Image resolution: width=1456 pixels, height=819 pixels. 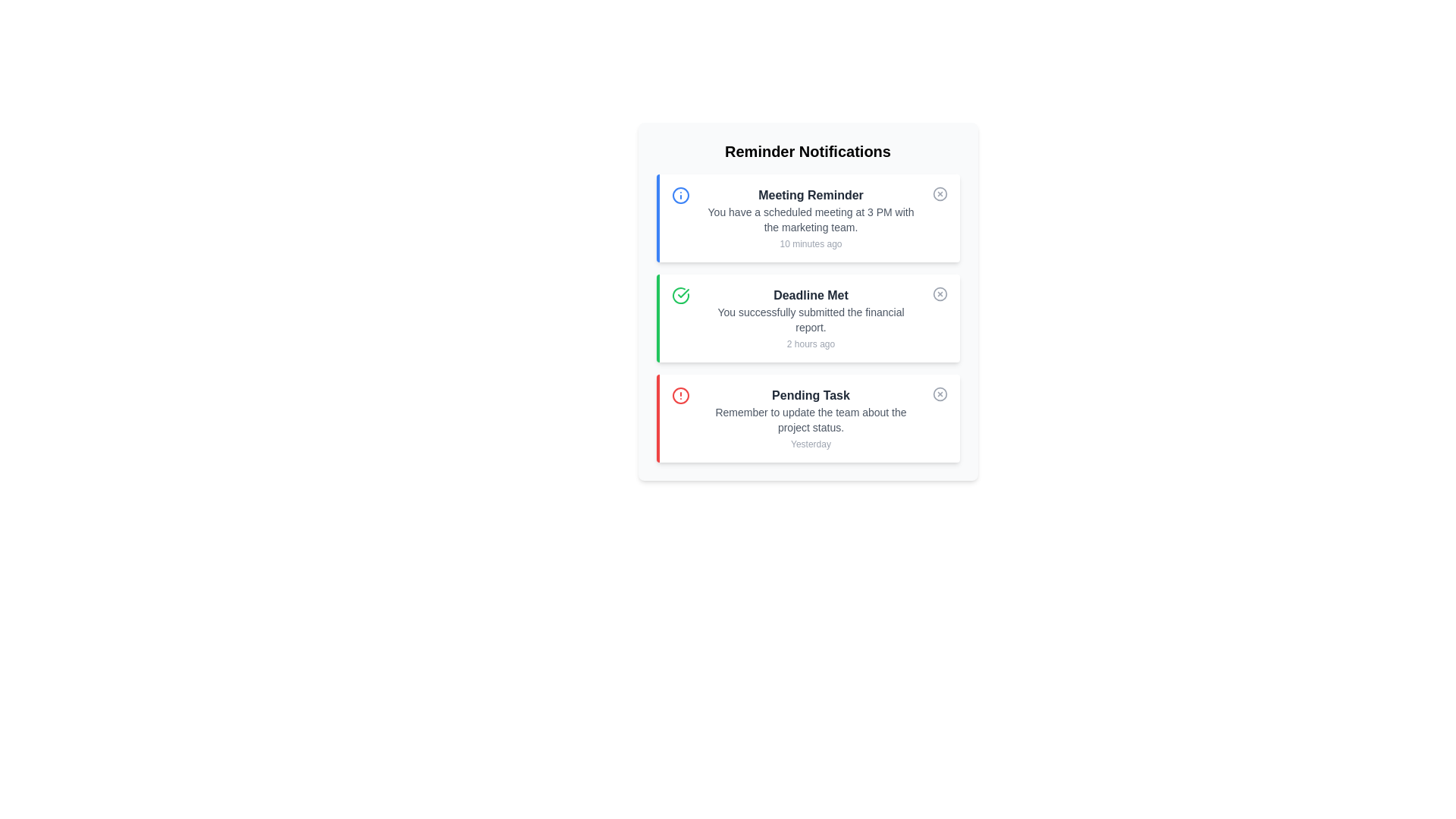 I want to click on the informational icon, which is a circular icon with an 'i' in the center, styled with a blue outline and a white background, located within the 'Meeting Reminder' notification card, so click(x=679, y=195).